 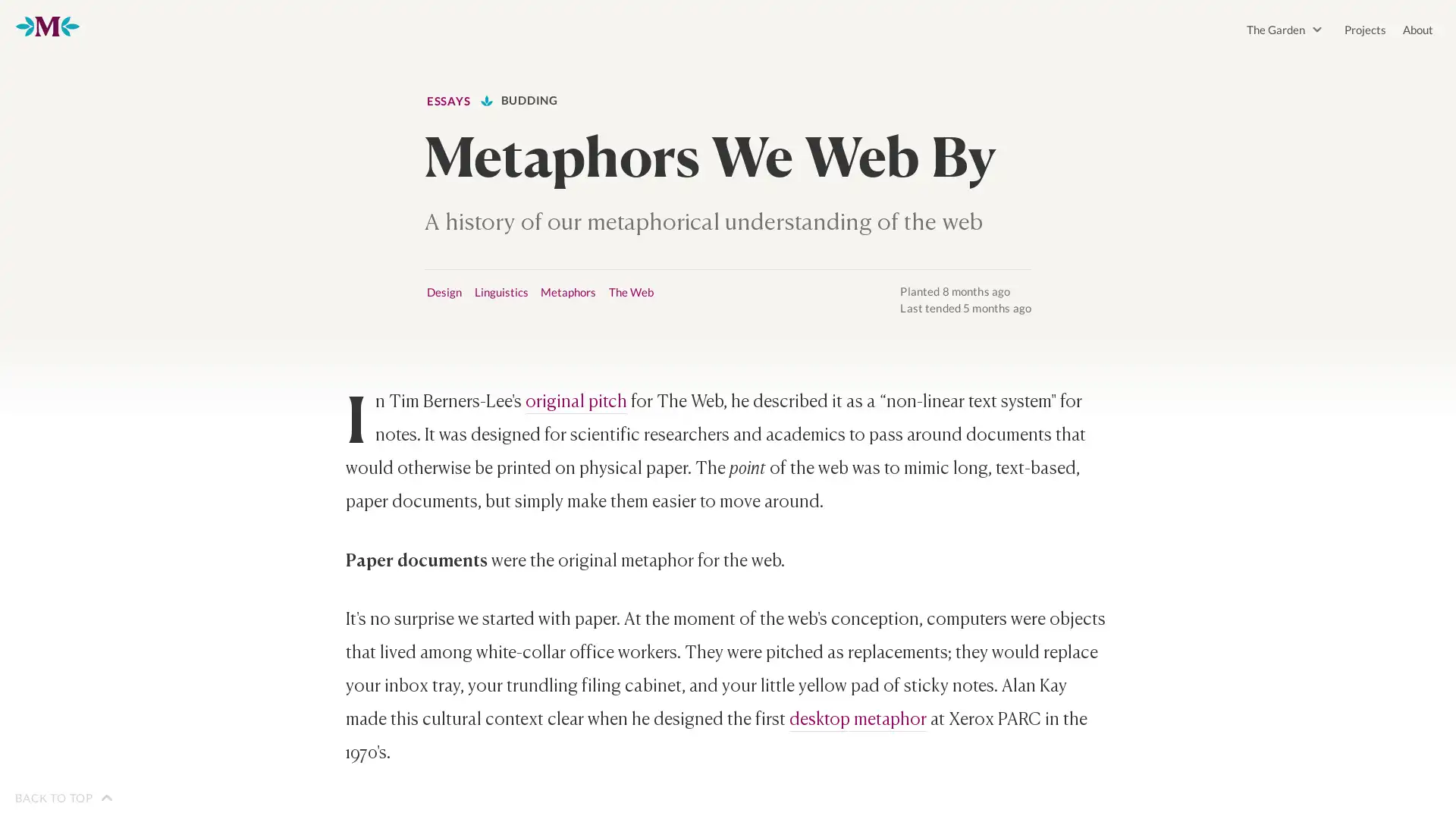 What do you see at coordinates (1276, 29) in the screenshot?
I see `The Garden` at bounding box center [1276, 29].